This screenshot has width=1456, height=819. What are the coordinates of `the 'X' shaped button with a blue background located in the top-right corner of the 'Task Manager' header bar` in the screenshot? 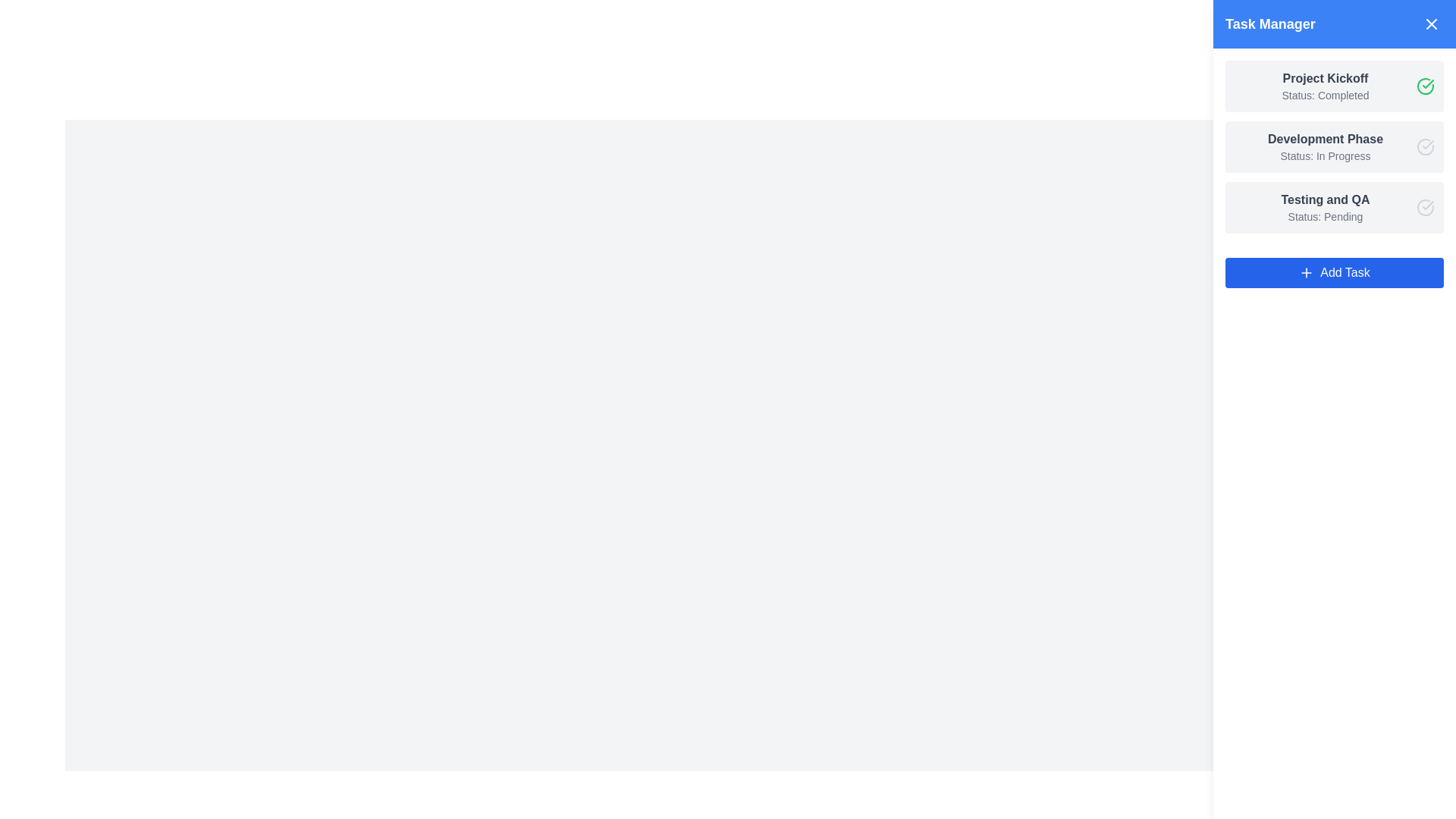 It's located at (1430, 24).